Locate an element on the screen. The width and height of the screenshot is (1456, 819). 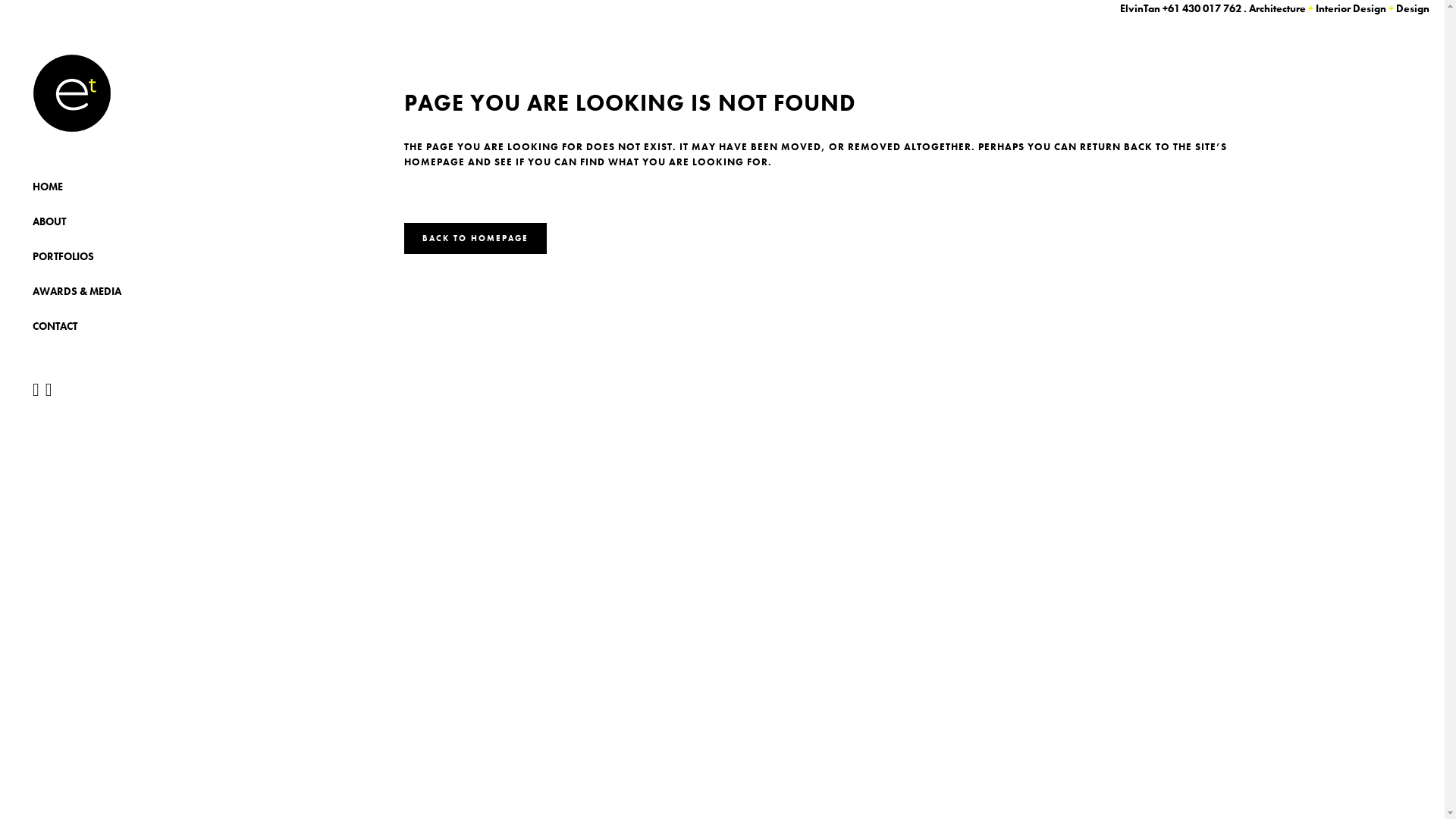
'BACK TO HOMEPAGE' is located at coordinates (473, 238).